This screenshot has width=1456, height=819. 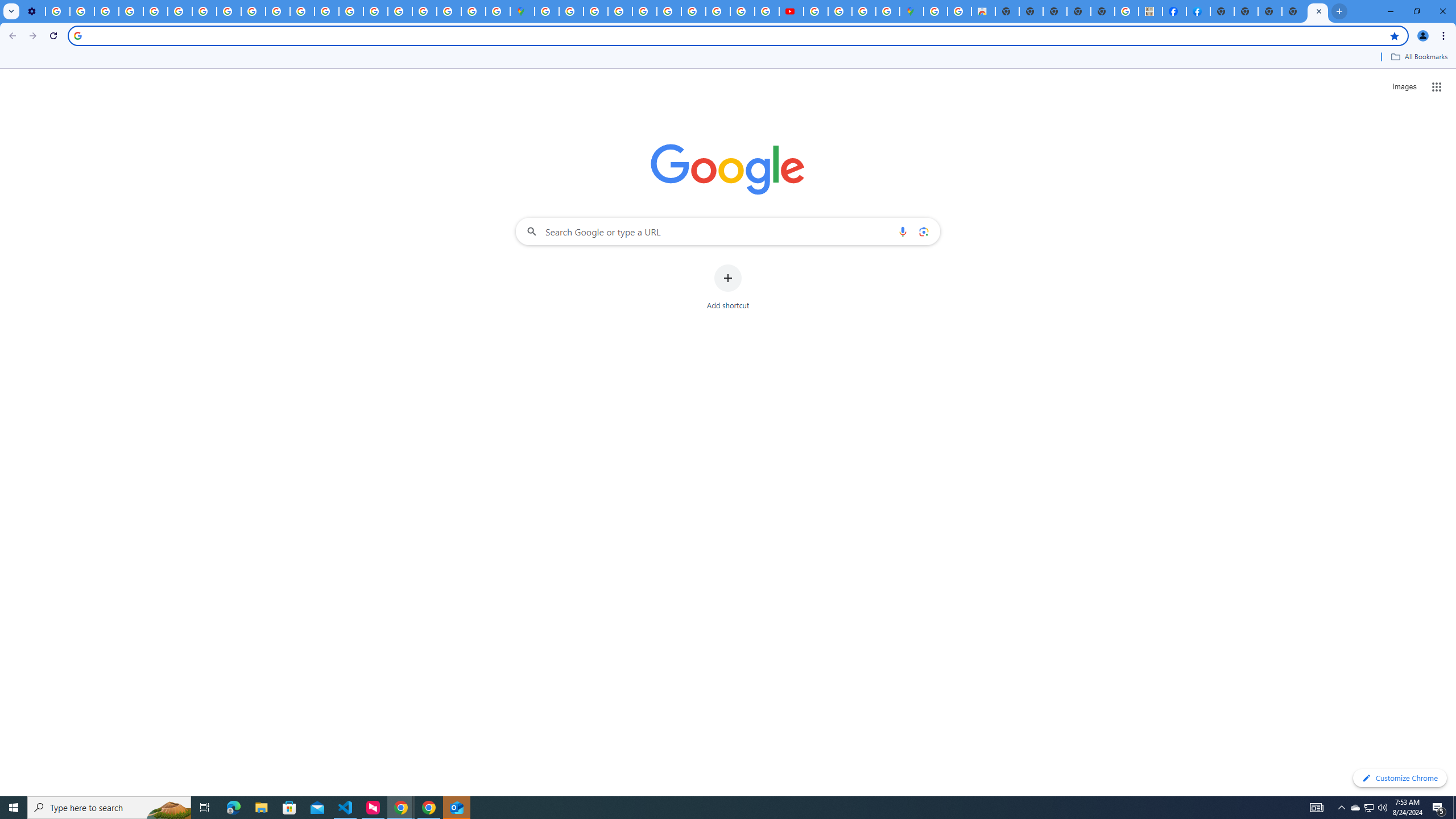 What do you see at coordinates (32, 11) in the screenshot?
I see `'Settings - Customize profile'` at bounding box center [32, 11].